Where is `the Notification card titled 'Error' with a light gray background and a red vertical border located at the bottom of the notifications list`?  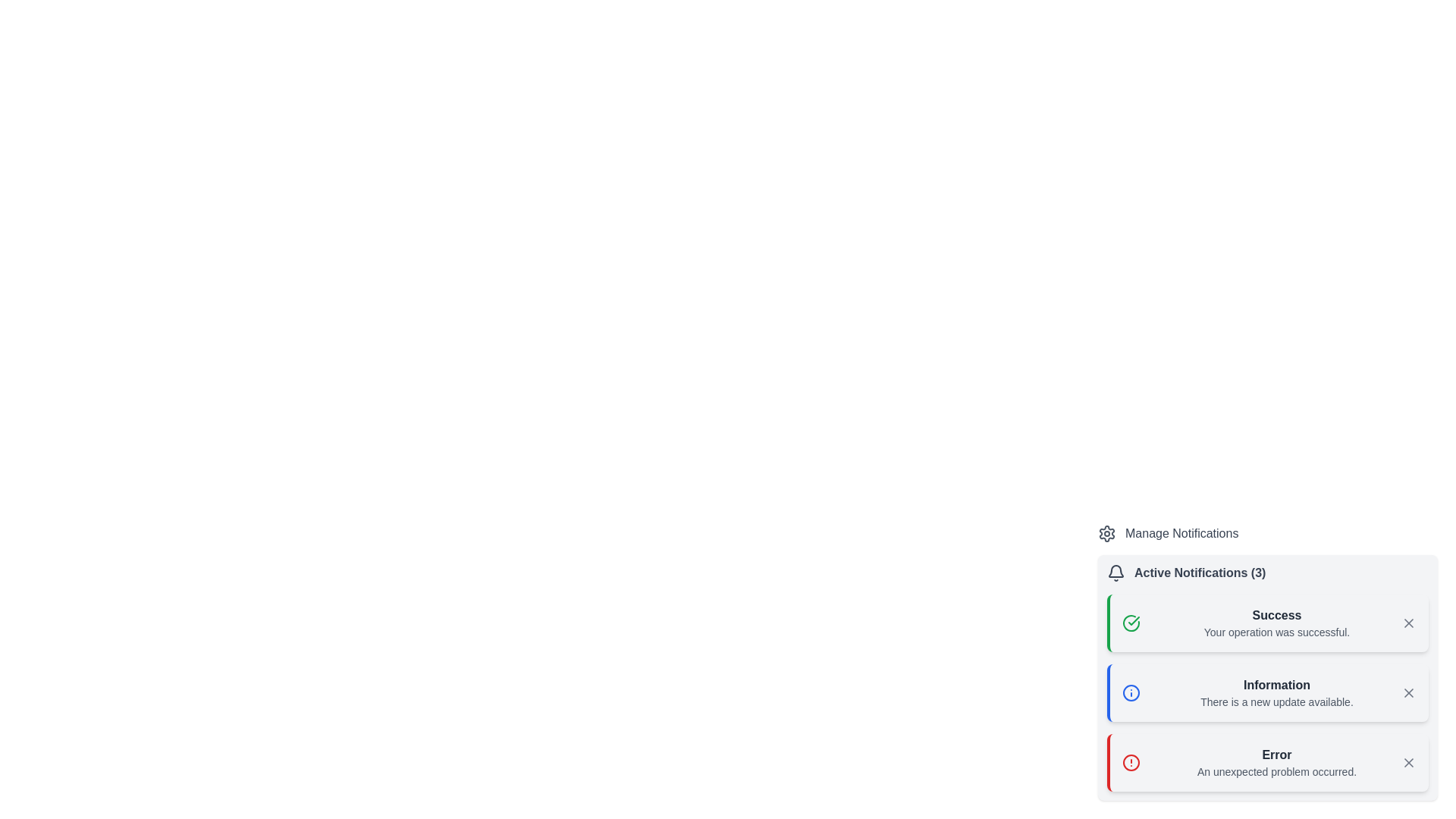 the Notification card titled 'Error' with a light gray background and a red vertical border located at the bottom of the notifications list is located at coordinates (1267, 763).